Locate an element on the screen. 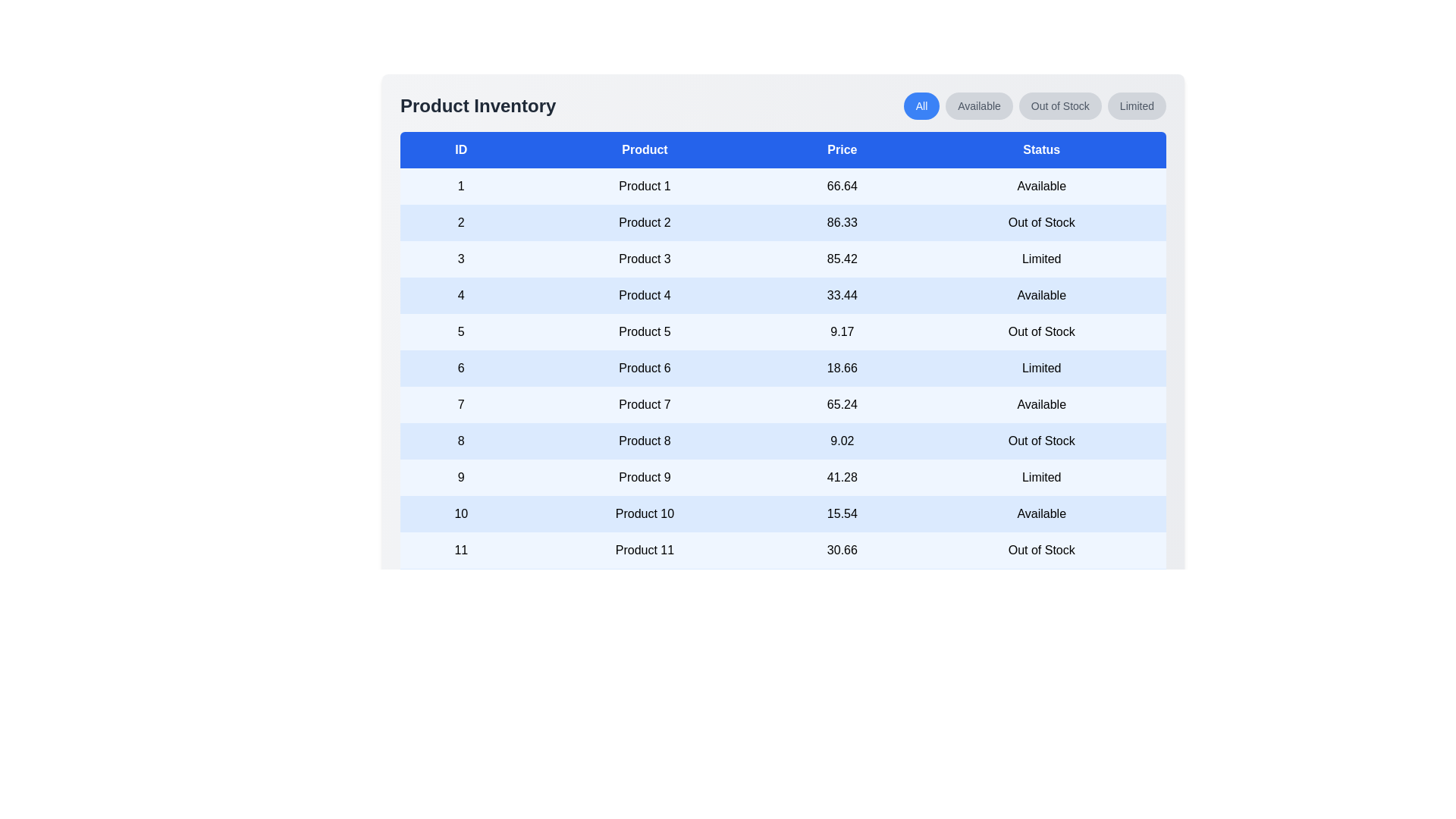 The width and height of the screenshot is (1456, 819). the filter button labeled 'All' to filter the table is located at coordinates (920, 105).